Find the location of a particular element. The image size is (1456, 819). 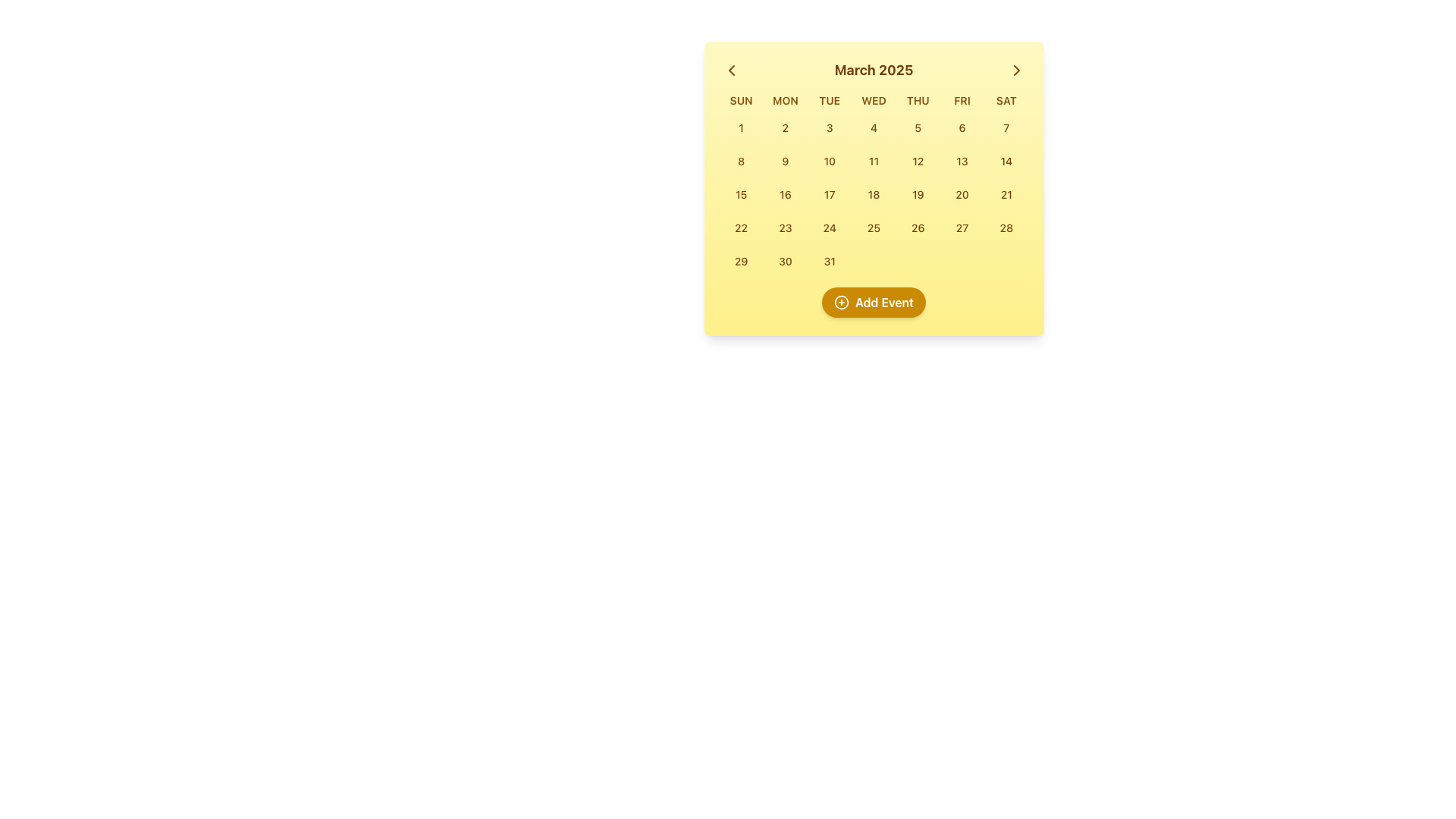

the calendar day cell containing the number '9' is located at coordinates (785, 161).